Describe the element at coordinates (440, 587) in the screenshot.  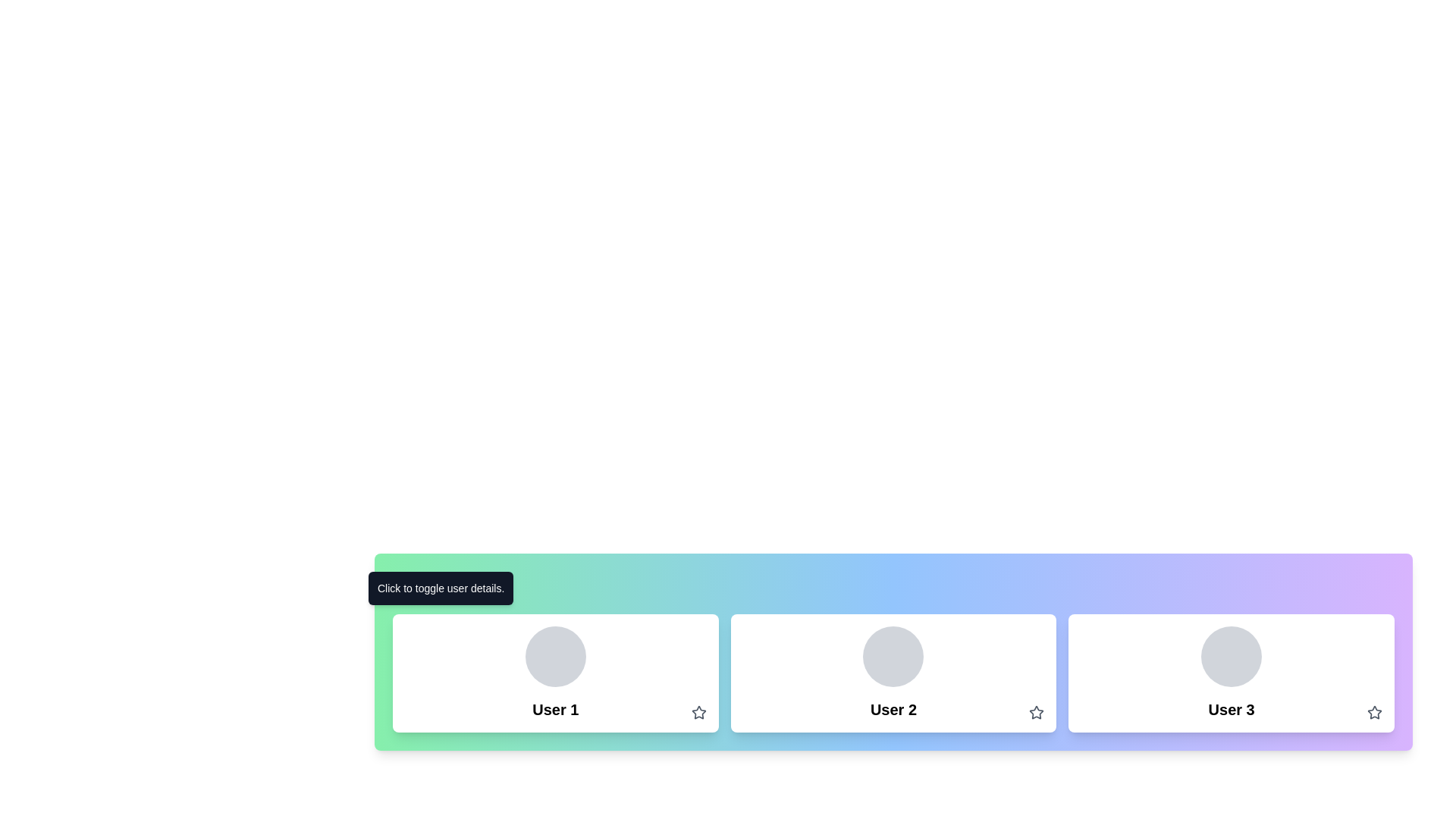
I see `the tooltip-style informational box located above and slightly to the left of the grid layout containing 'User 1', 'User 2', and 'User 3'` at that location.